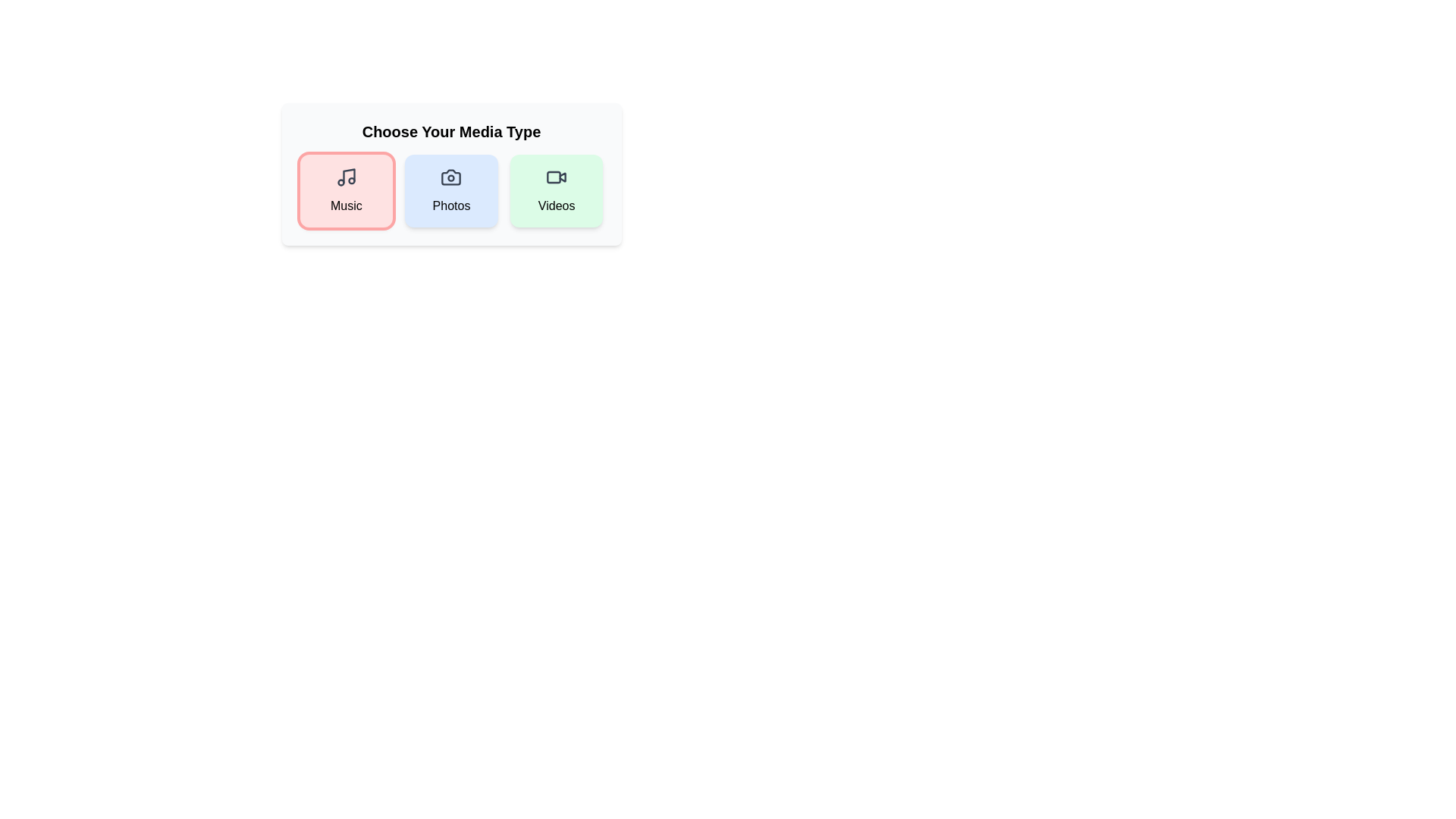 The width and height of the screenshot is (1456, 819). What do you see at coordinates (450, 177) in the screenshot?
I see `the photo selection icon located in the center column of the media type selection interface, just above the 'Photos' text` at bounding box center [450, 177].